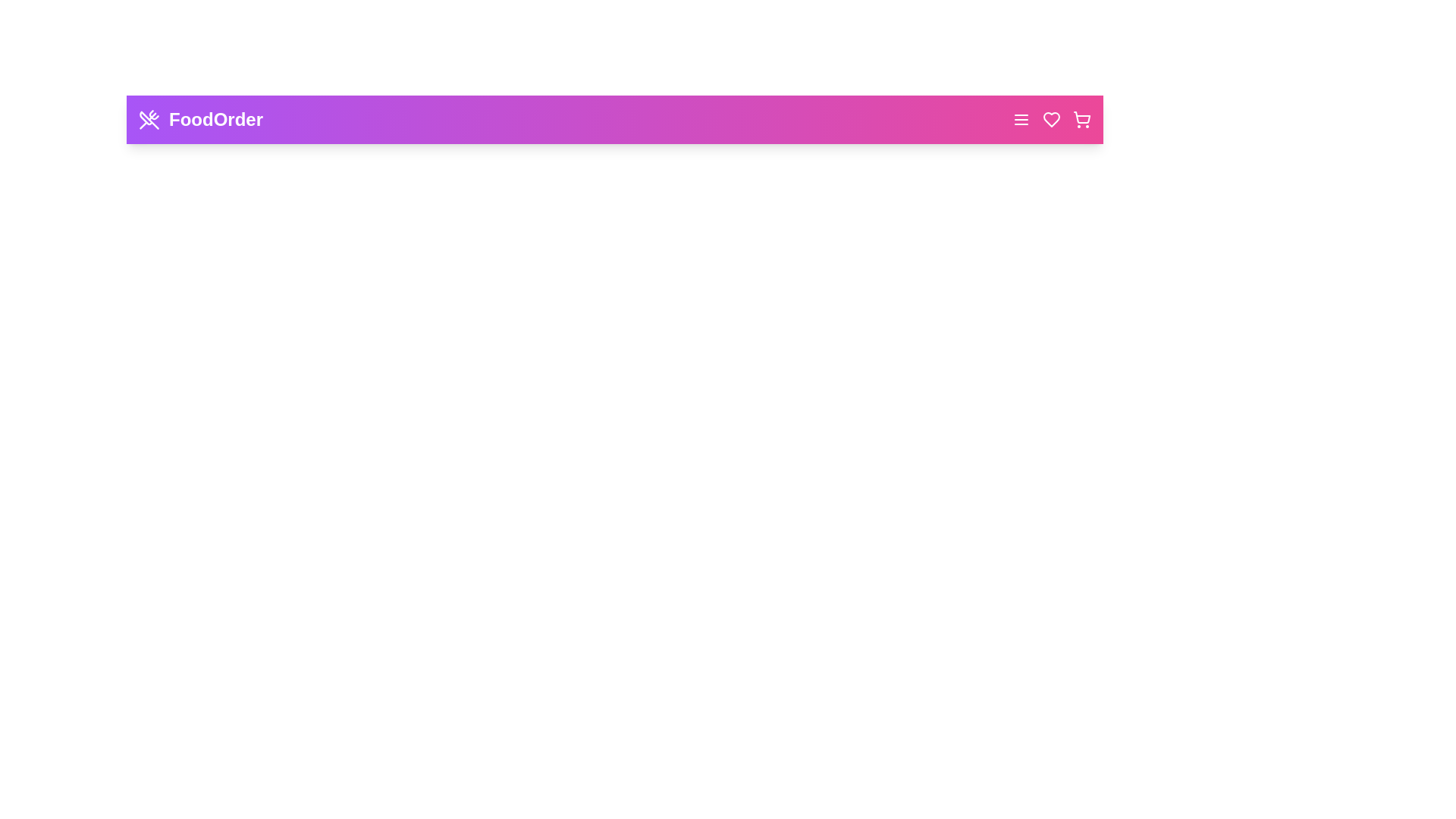 This screenshot has height=819, width=1456. What do you see at coordinates (1081, 119) in the screenshot?
I see `the 'Cart' button to view the shopping cart` at bounding box center [1081, 119].